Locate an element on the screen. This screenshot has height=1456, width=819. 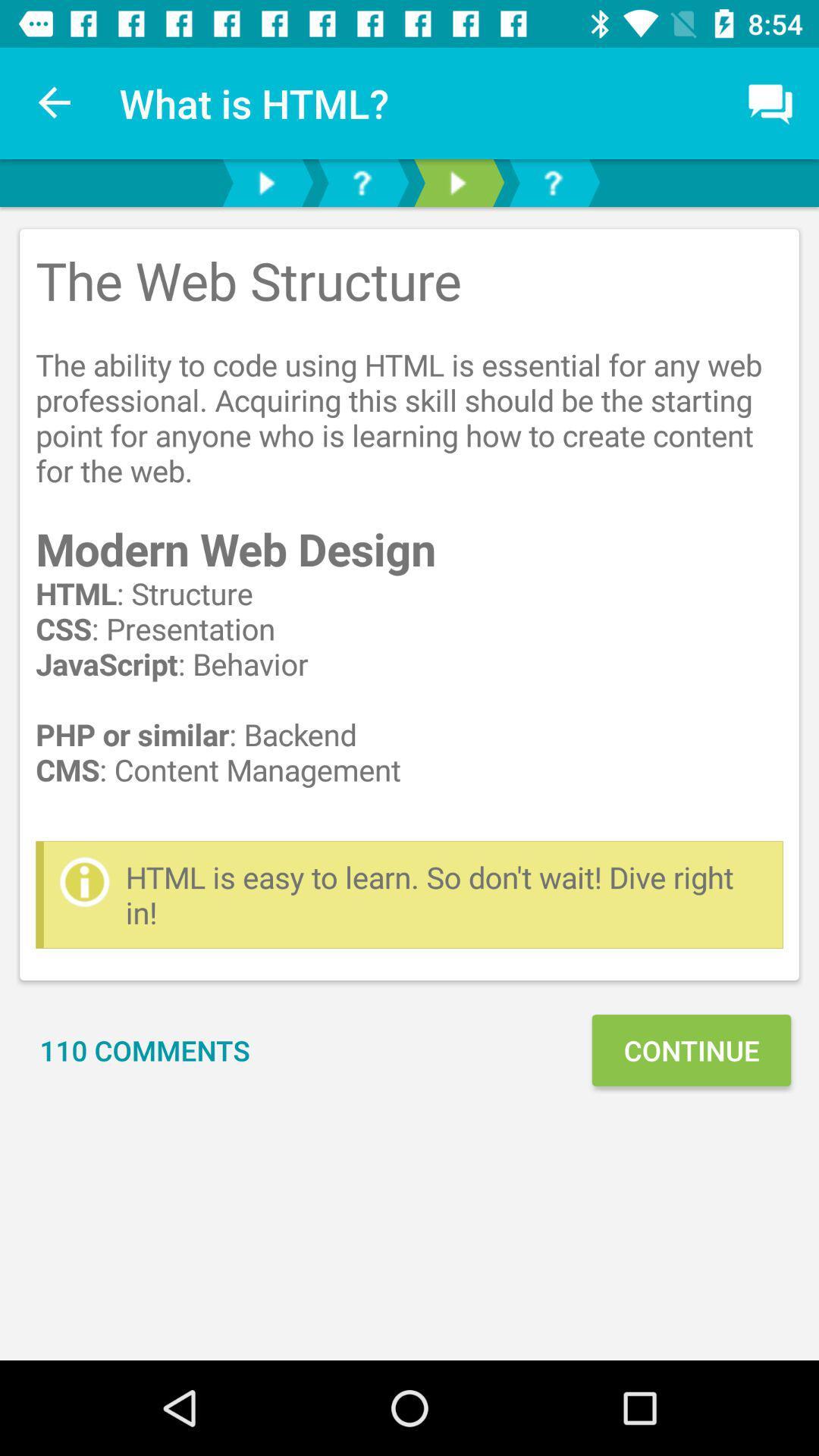
the item to the right of 110 comments is located at coordinates (691, 1050).